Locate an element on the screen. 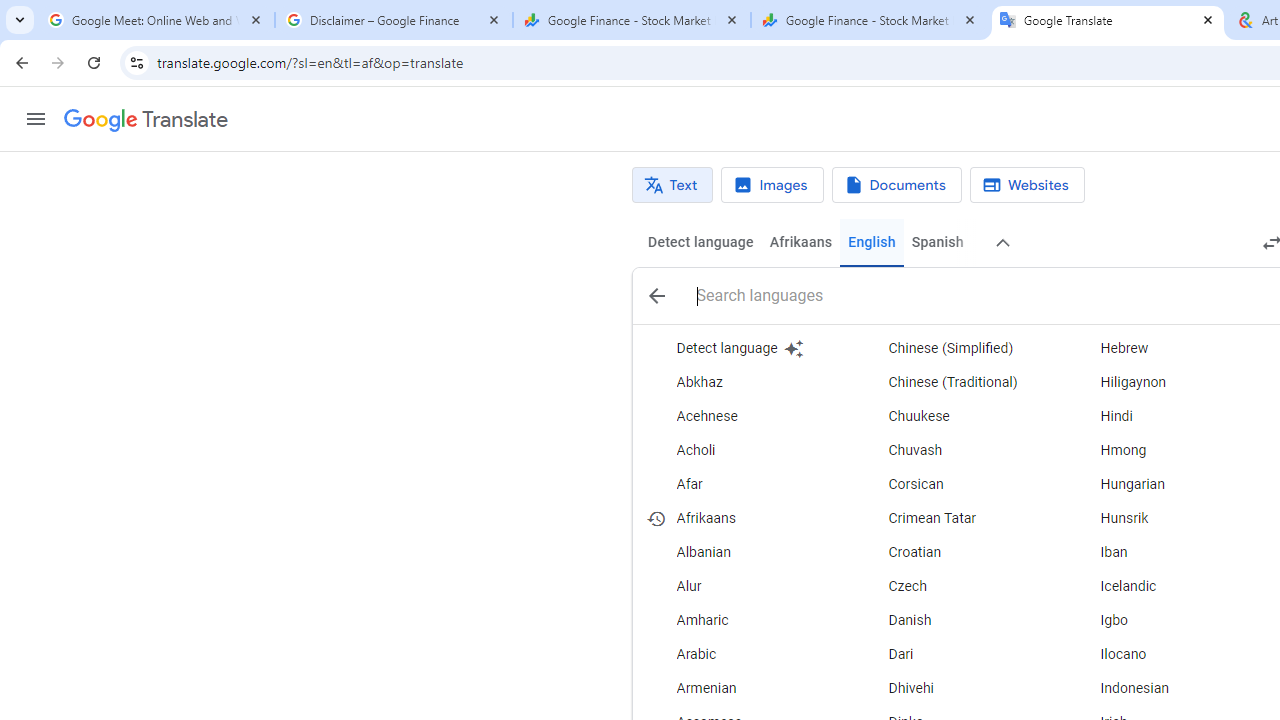 This screenshot has width=1280, height=720. 'Indonesian' is located at coordinates (1169, 688).